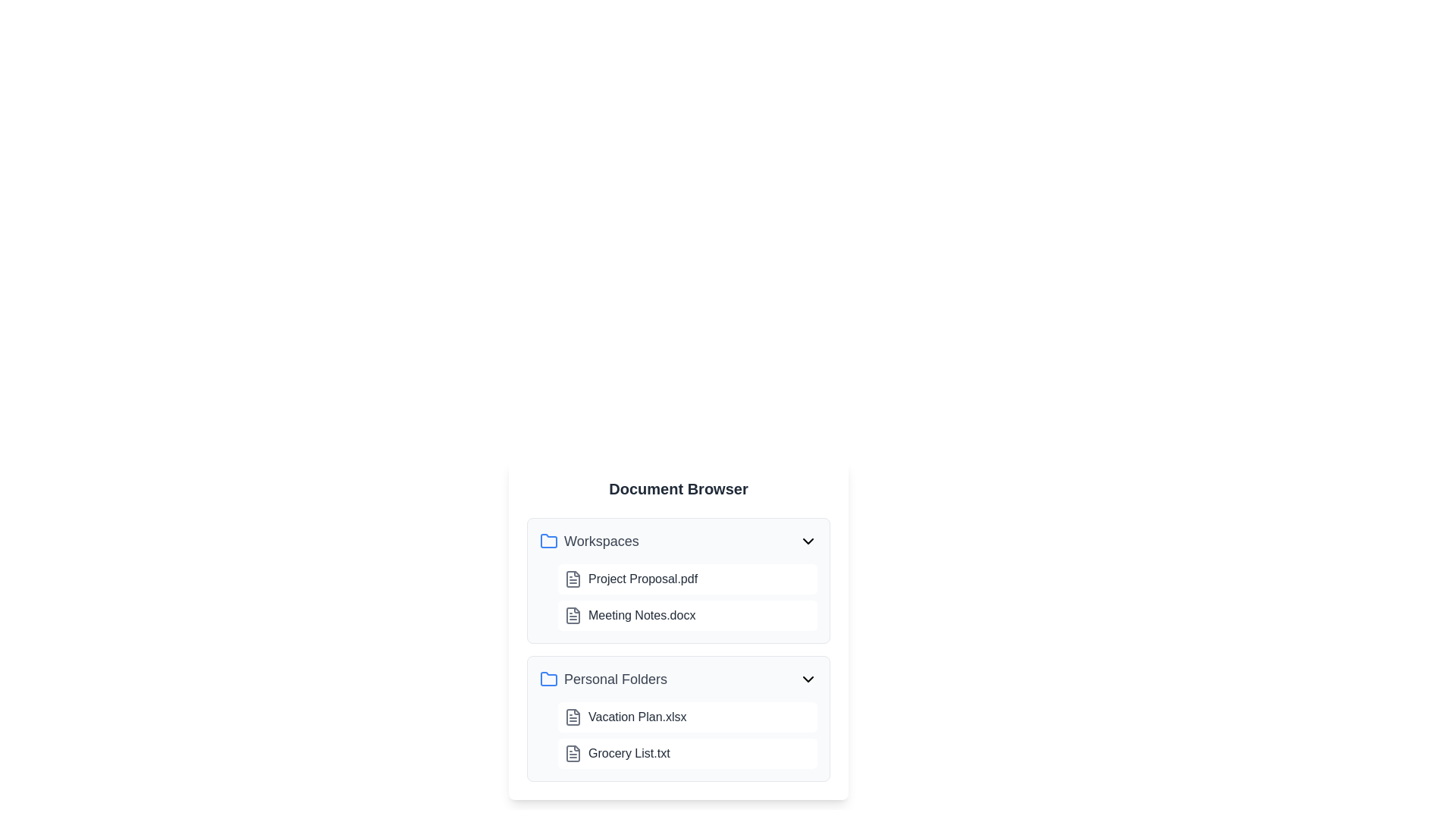 Image resolution: width=1456 pixels, height=819 pixels. What do you see at coordinates (601, 540) in the screenshot?
I see `label 'Workspaces' to identify the associated folder structure in the Document Browser interface` at bounding box center [601, 540].